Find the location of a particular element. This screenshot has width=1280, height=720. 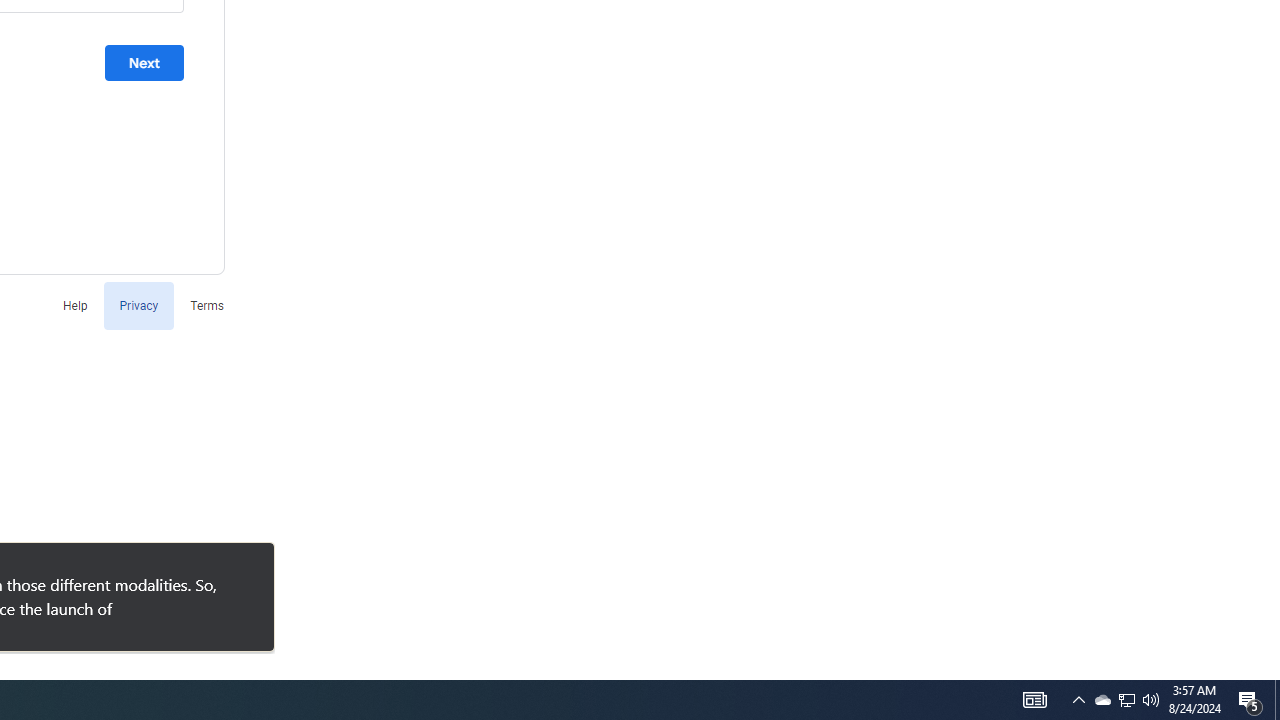

'Terms' is located at coordinates (207, 305).